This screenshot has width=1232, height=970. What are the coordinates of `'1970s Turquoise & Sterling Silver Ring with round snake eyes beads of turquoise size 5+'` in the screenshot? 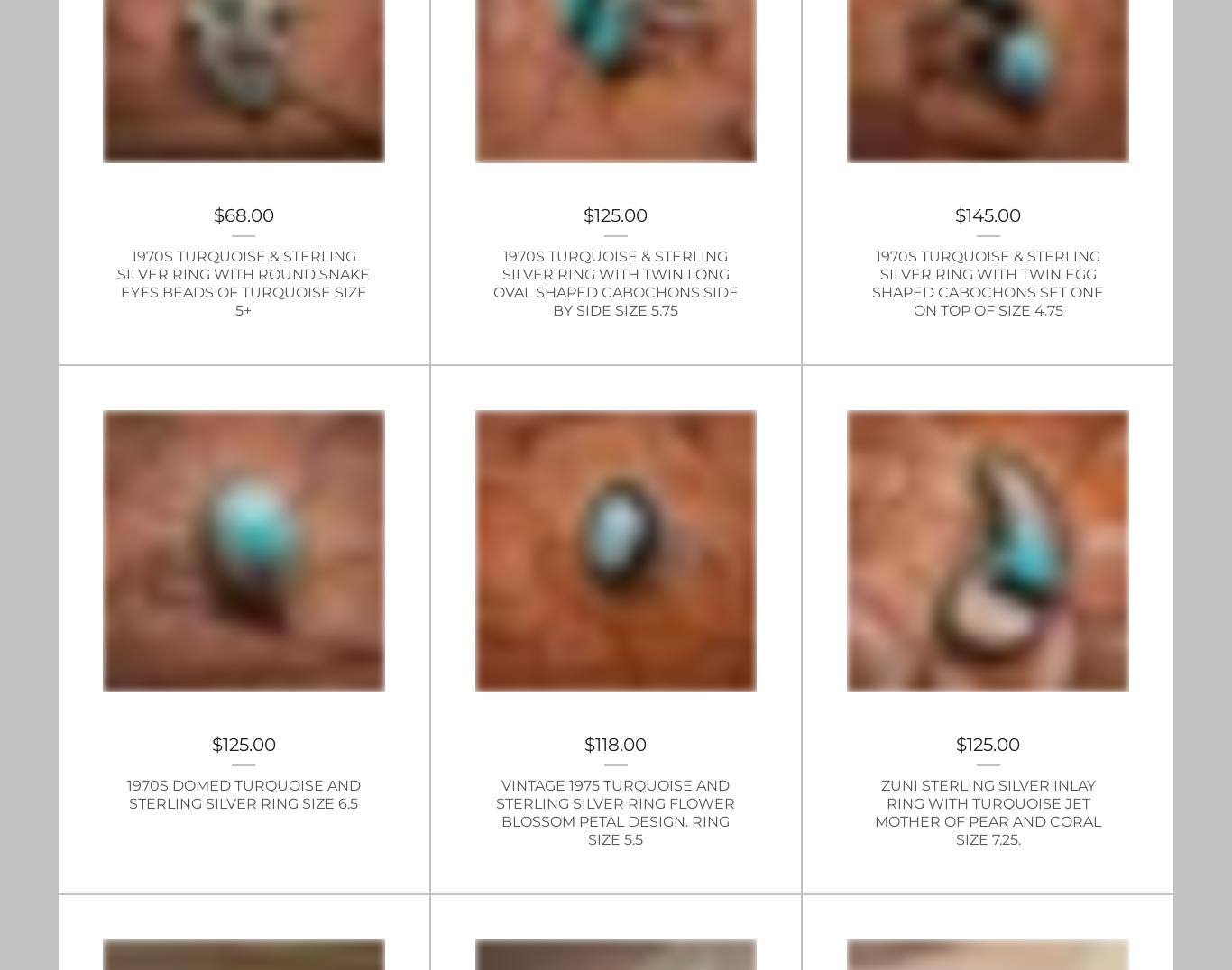 It's located at (244, 282).